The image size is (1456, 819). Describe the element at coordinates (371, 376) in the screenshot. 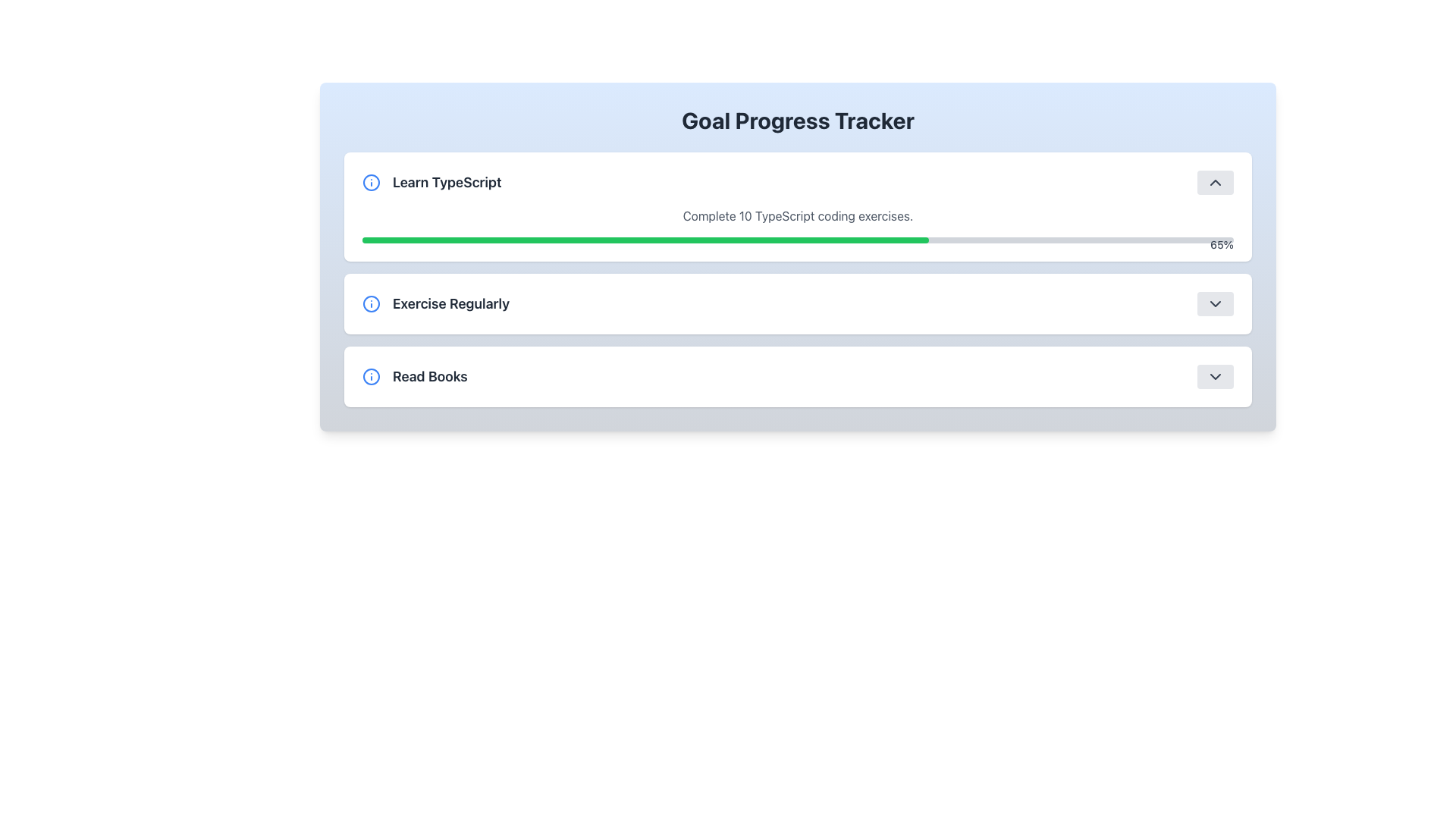

I see `the information icon located to the left of the 'Read Books' text in the 'Read Books' section to provide additional context` at that location.